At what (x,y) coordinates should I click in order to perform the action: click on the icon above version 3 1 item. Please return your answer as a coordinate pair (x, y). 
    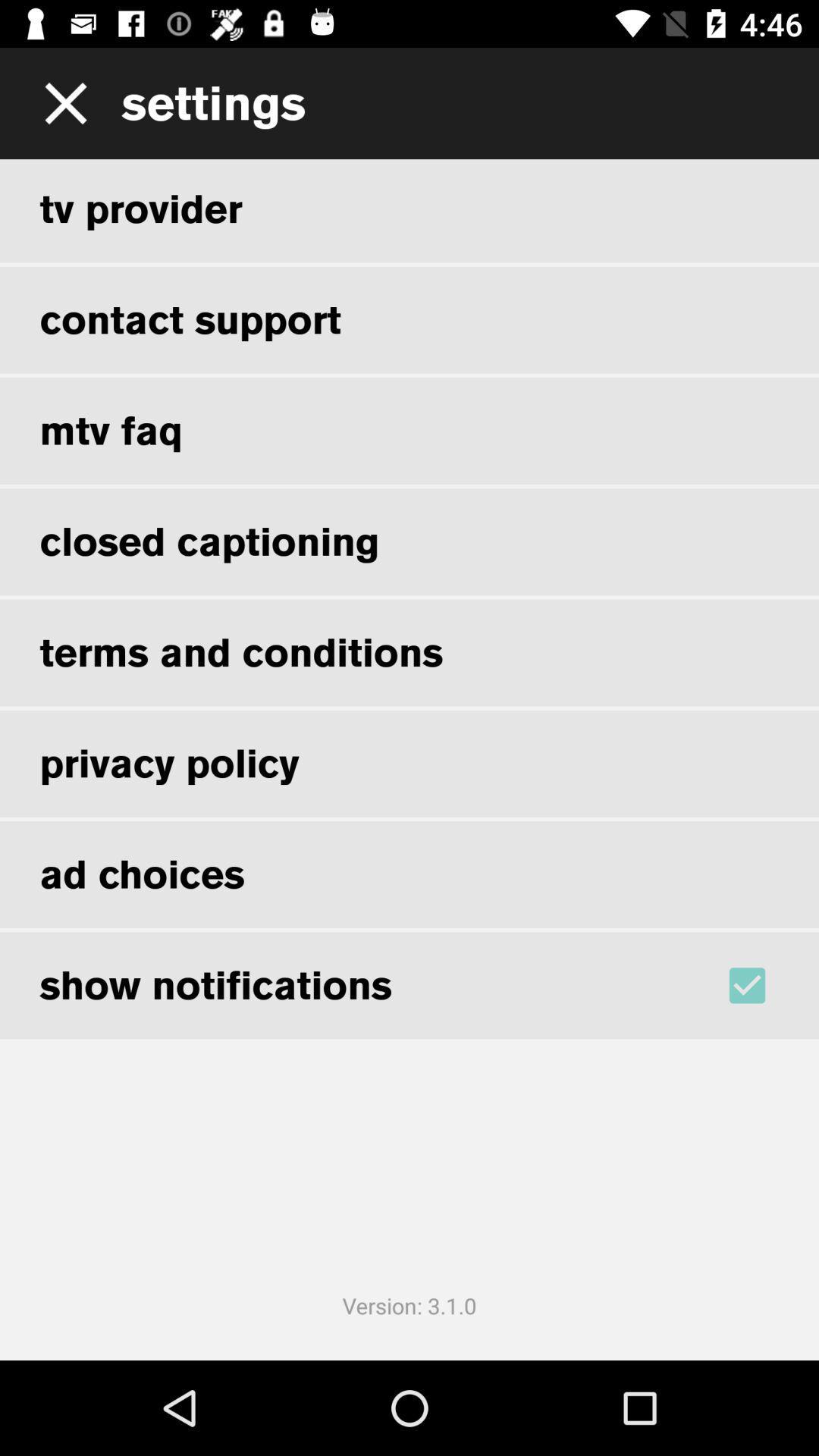
    Looking at the image, I should click on (767, 985).